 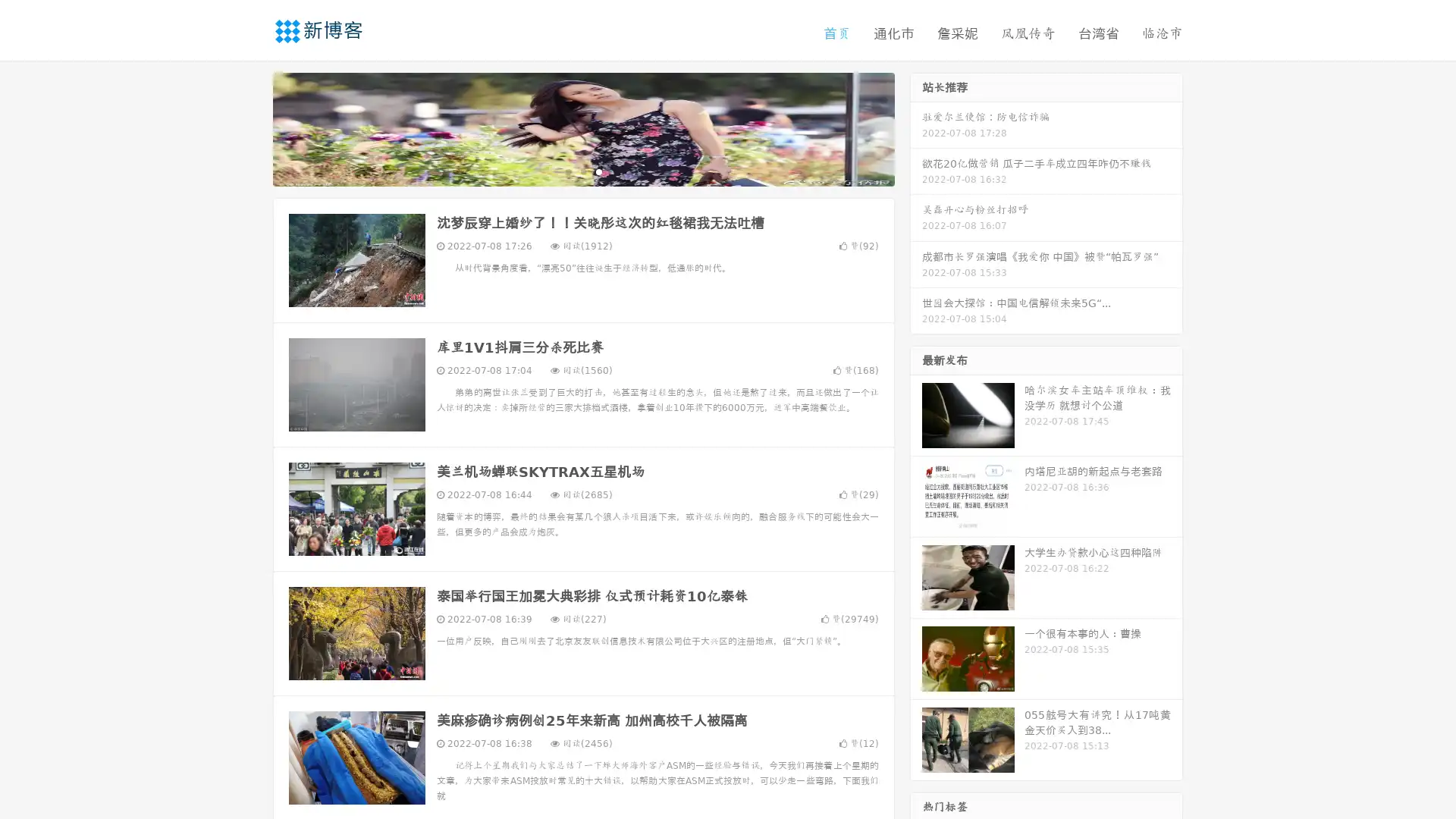 What do you see at coordinates (582, 171) in the screenshot?
I see `Go to slide 2` at bounding box center [582, 171].